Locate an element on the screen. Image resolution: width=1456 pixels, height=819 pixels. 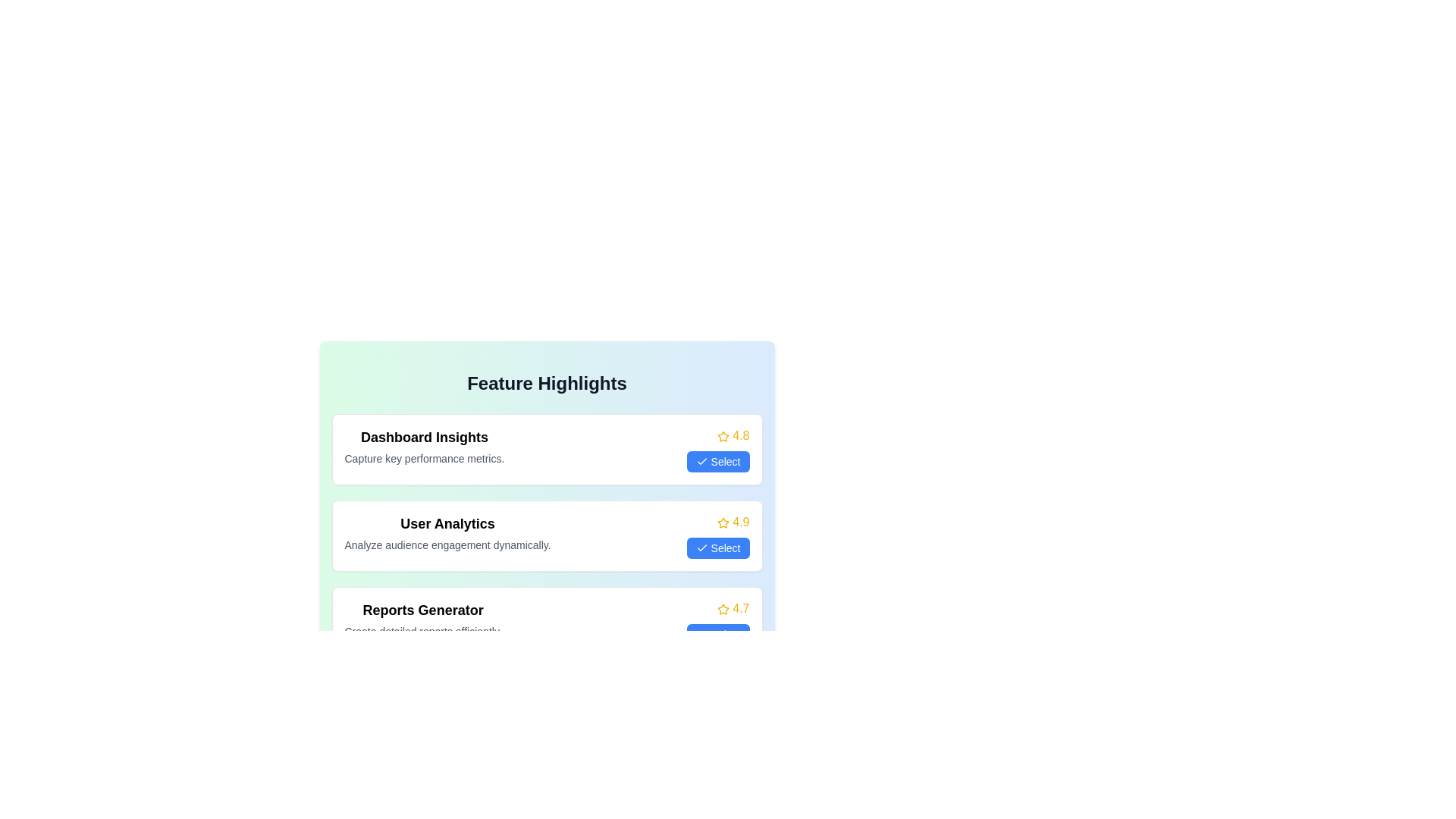
the 'Select' button for the item Dashboard Insights is located at coordinates (717, 461).